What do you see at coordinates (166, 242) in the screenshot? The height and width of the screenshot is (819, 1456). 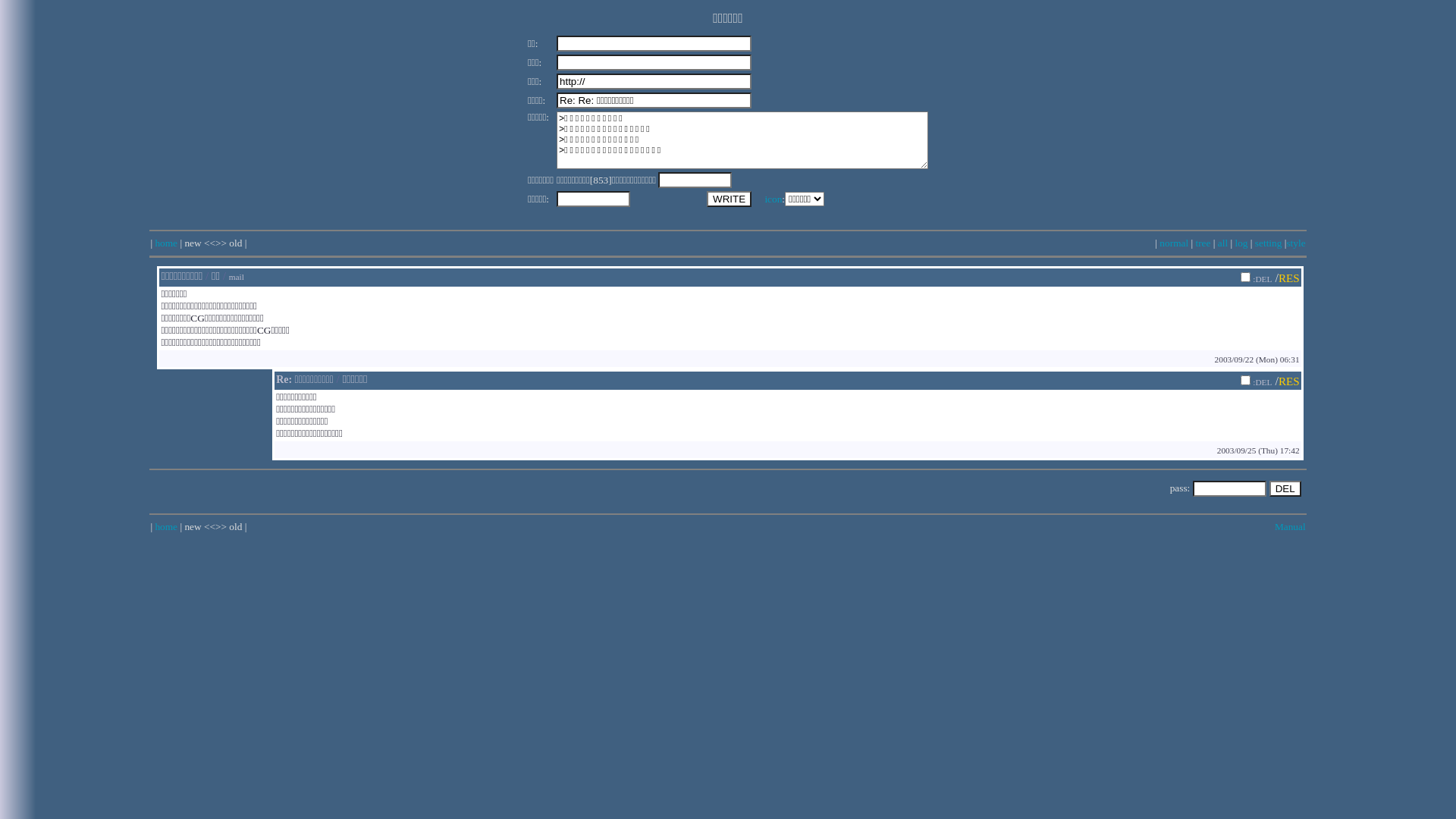 I see `'home'` at bounding box center [166, 242].